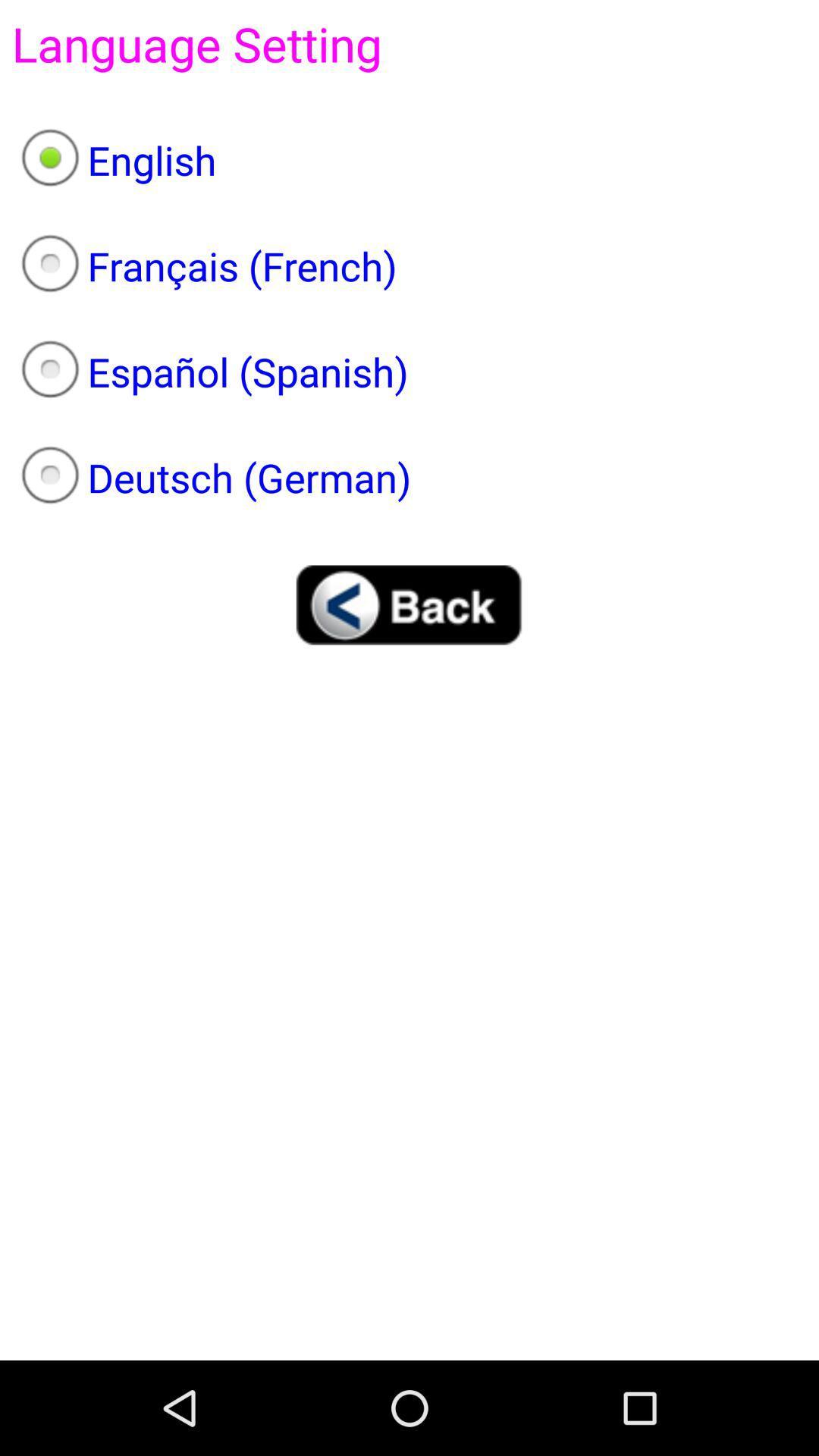  What do you see at coordinates (409, 160) in the screenshot?
I see `app below the   app` at bounding box center [409, 160].